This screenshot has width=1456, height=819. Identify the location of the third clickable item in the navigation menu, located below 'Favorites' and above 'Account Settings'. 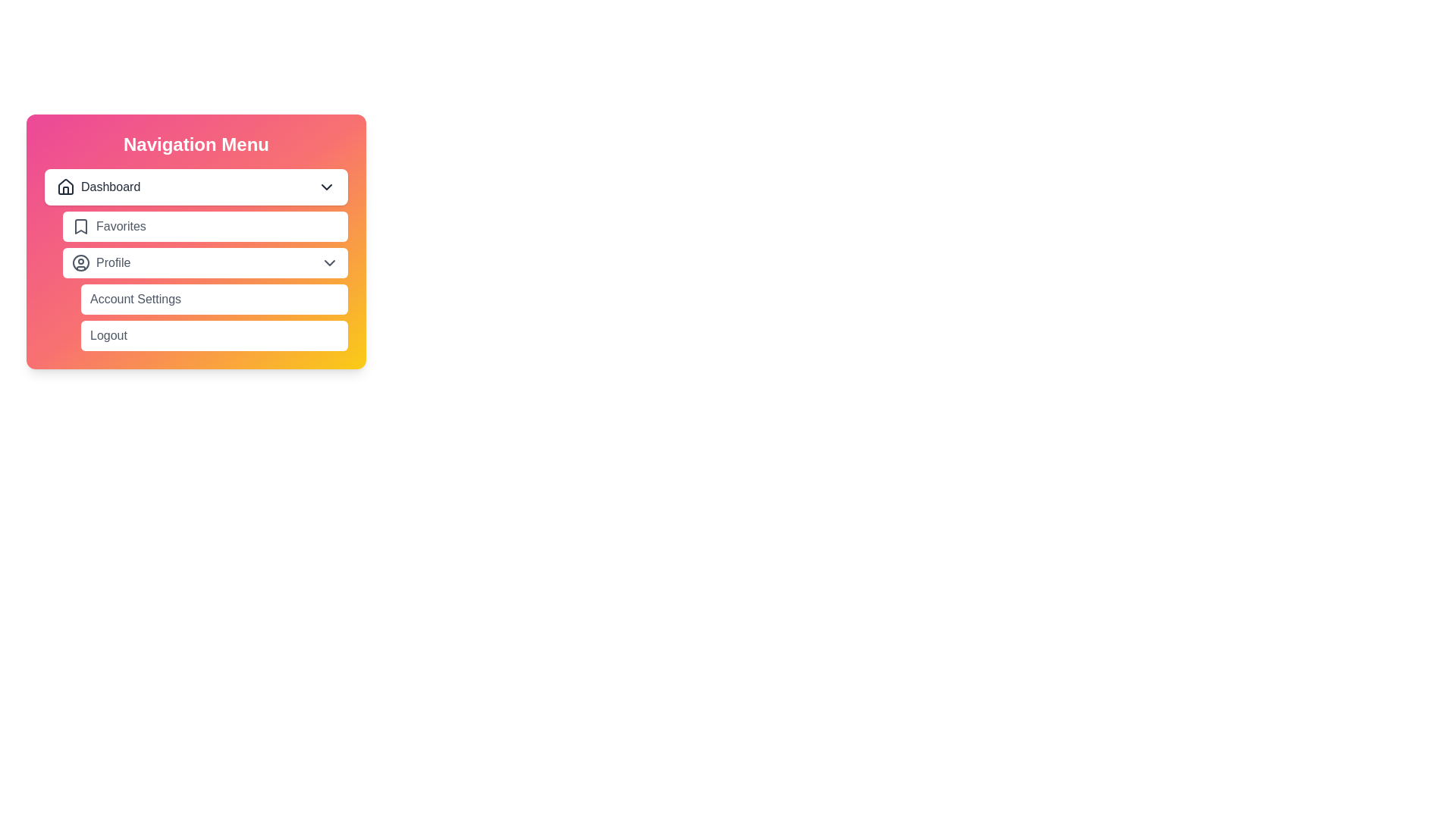
(196, 259).